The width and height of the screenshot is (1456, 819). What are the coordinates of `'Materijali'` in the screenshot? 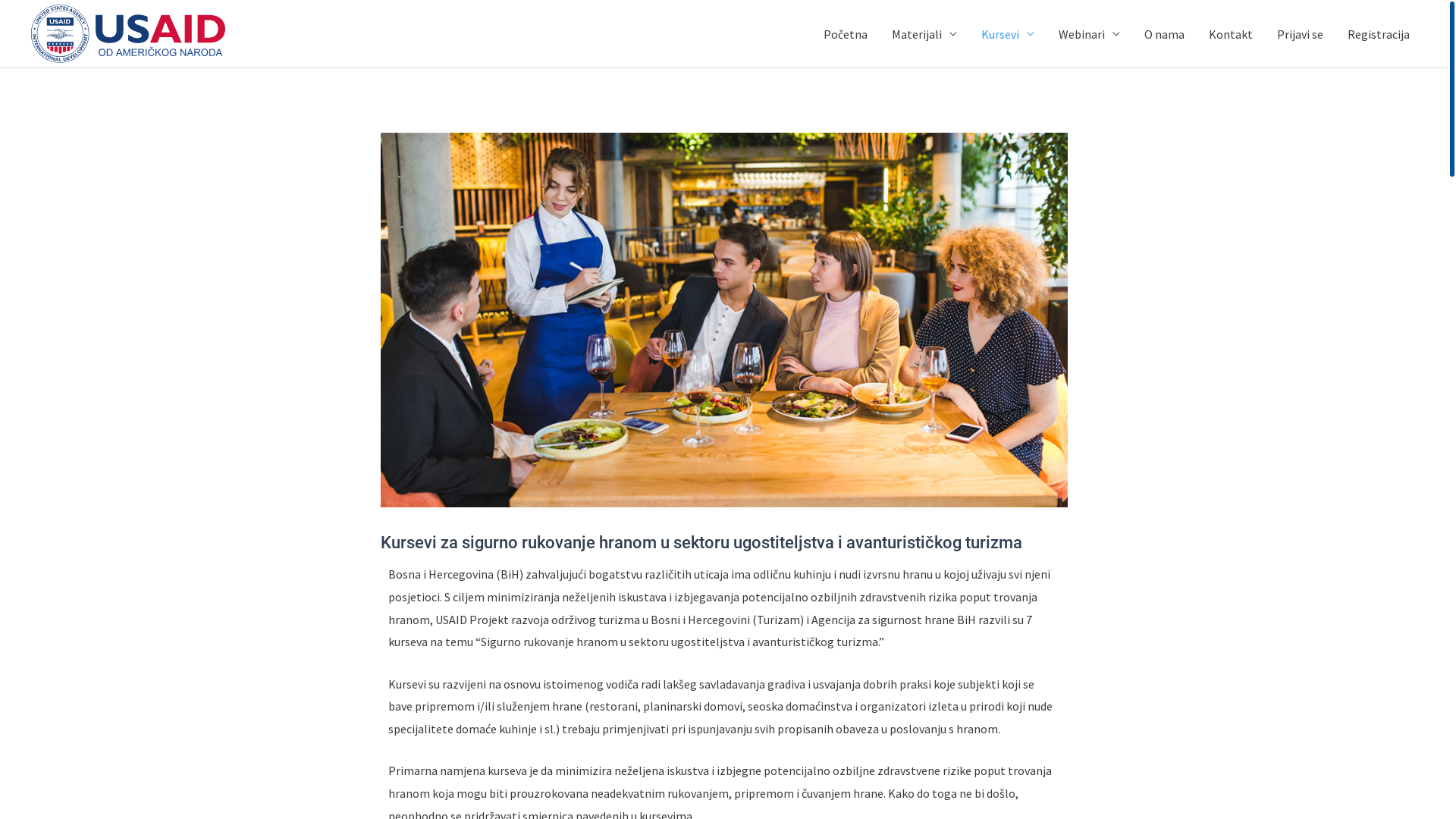 It's located at (924, 33).